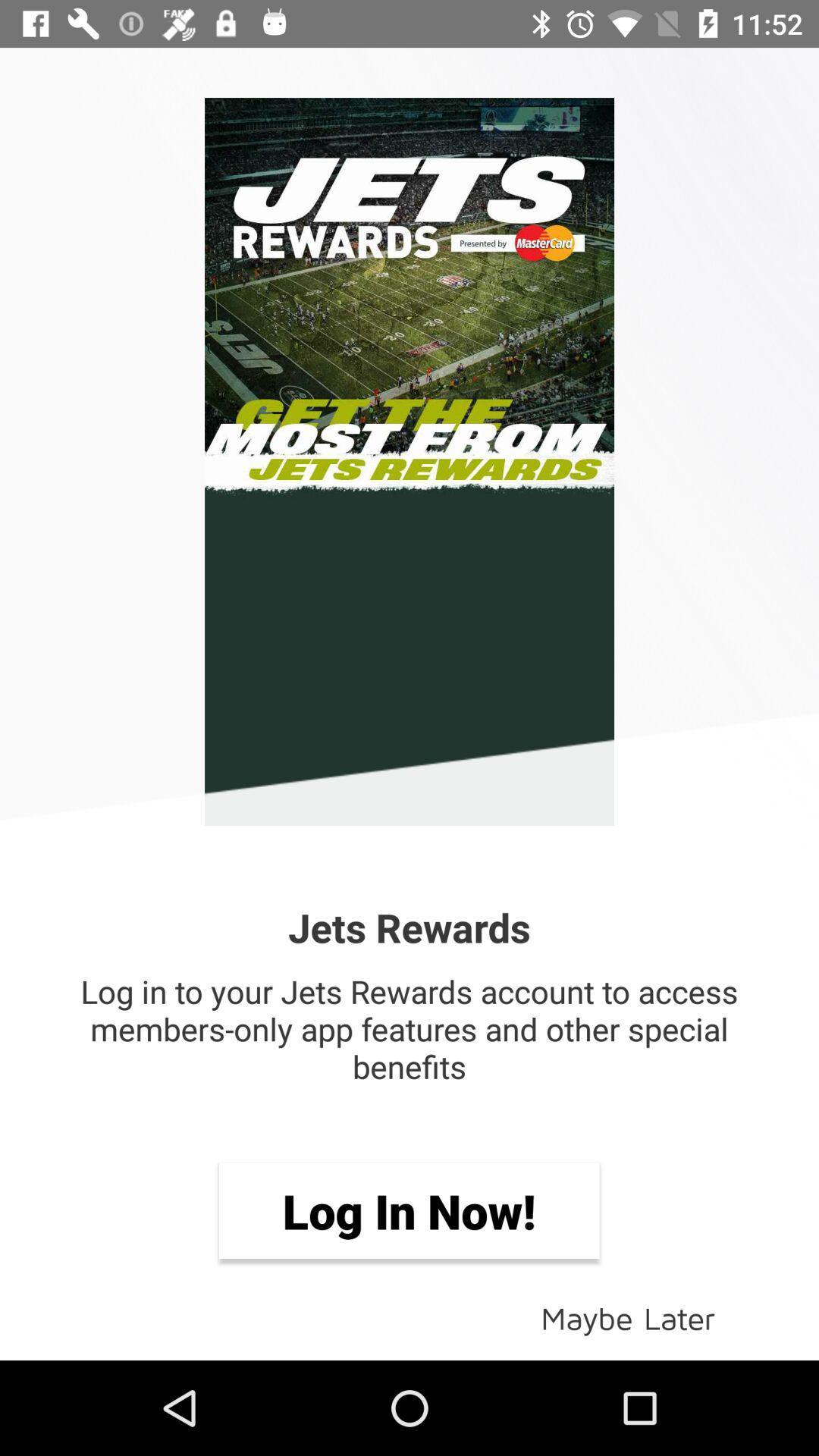 This screenshot has height=1456, width=819. I want to click on maybe later icon, so click(628, 1316).